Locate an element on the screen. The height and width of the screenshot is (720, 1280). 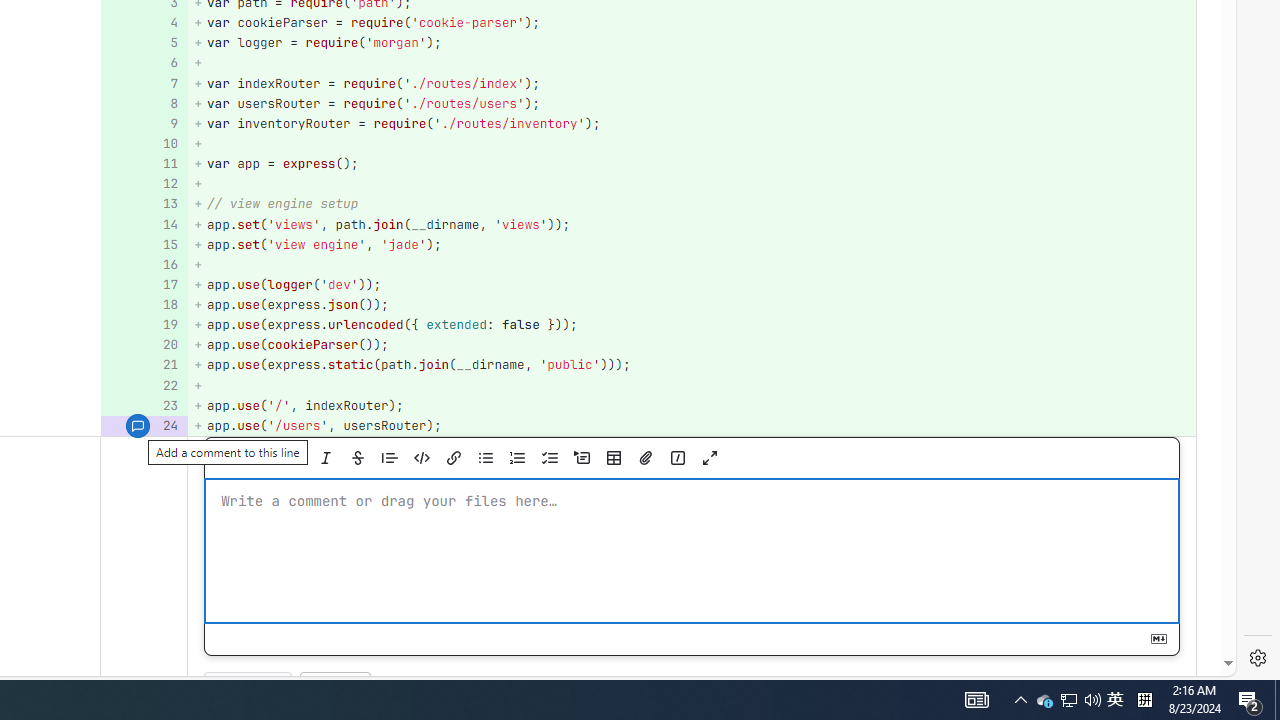
'22' is located at coordinates (141, 385).